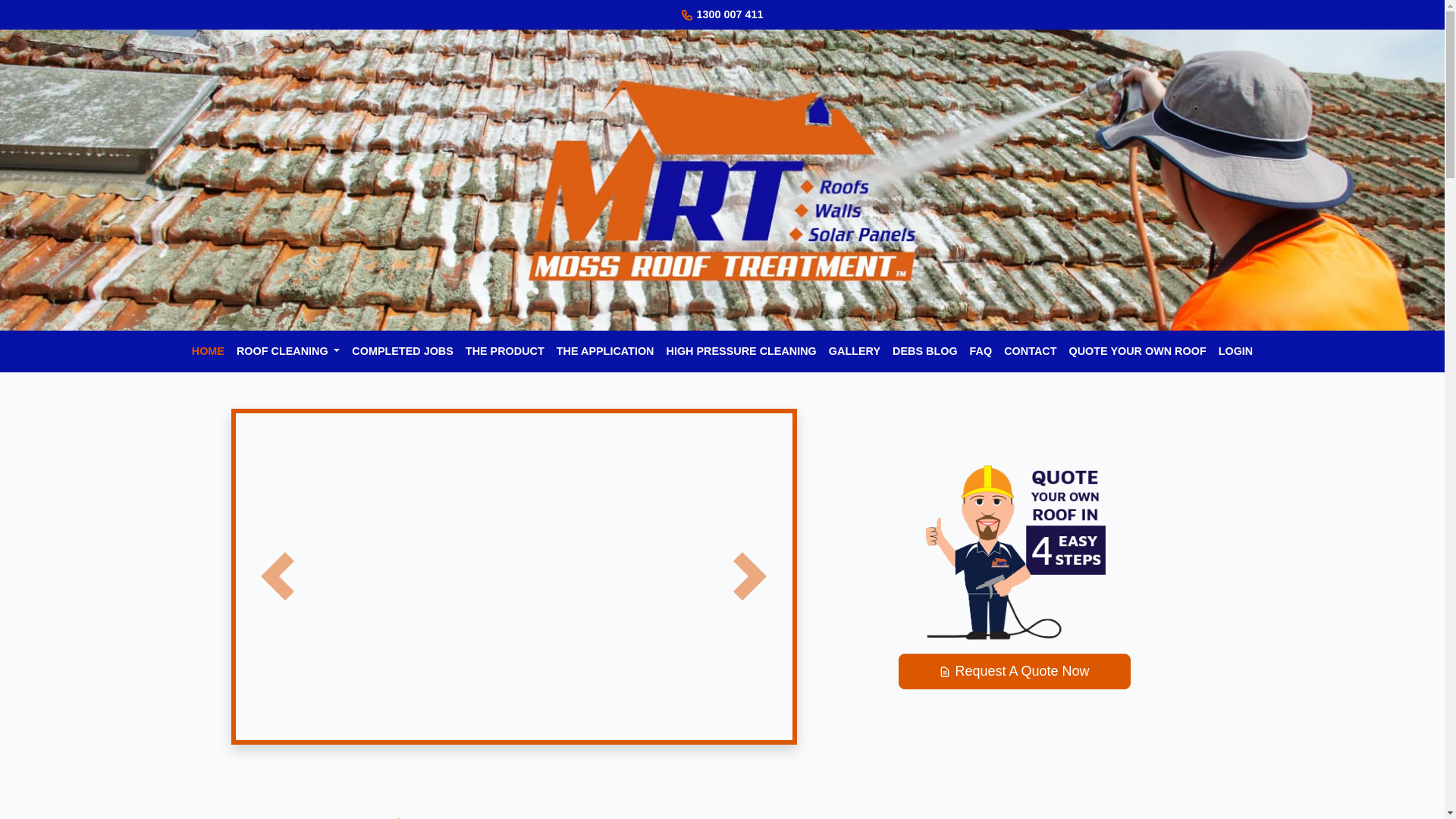 Image resolution: width=1456 pixels, height=819 pixels. What do you see at coordinates (741, 351) in the screenshot?
I see `'HIGH PRESSURE CLEANING'` at bounding box center [741, 351].